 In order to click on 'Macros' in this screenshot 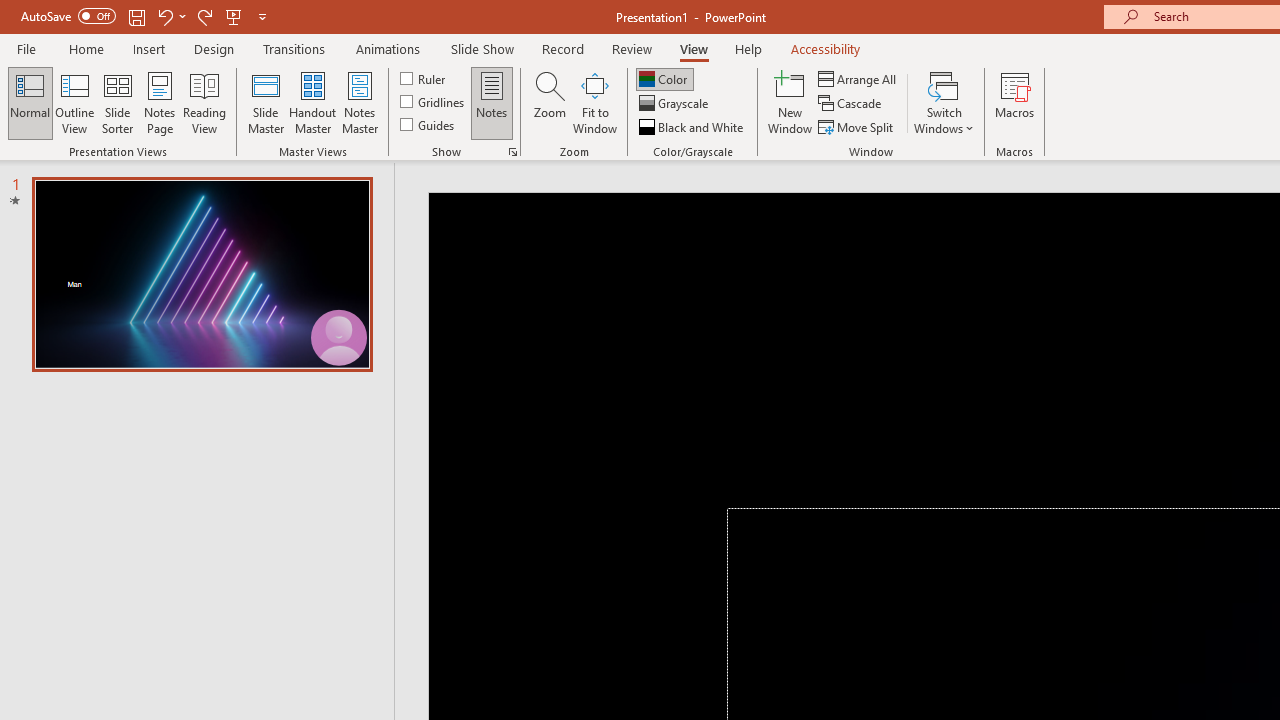, I will do `click(1015, 103)`.